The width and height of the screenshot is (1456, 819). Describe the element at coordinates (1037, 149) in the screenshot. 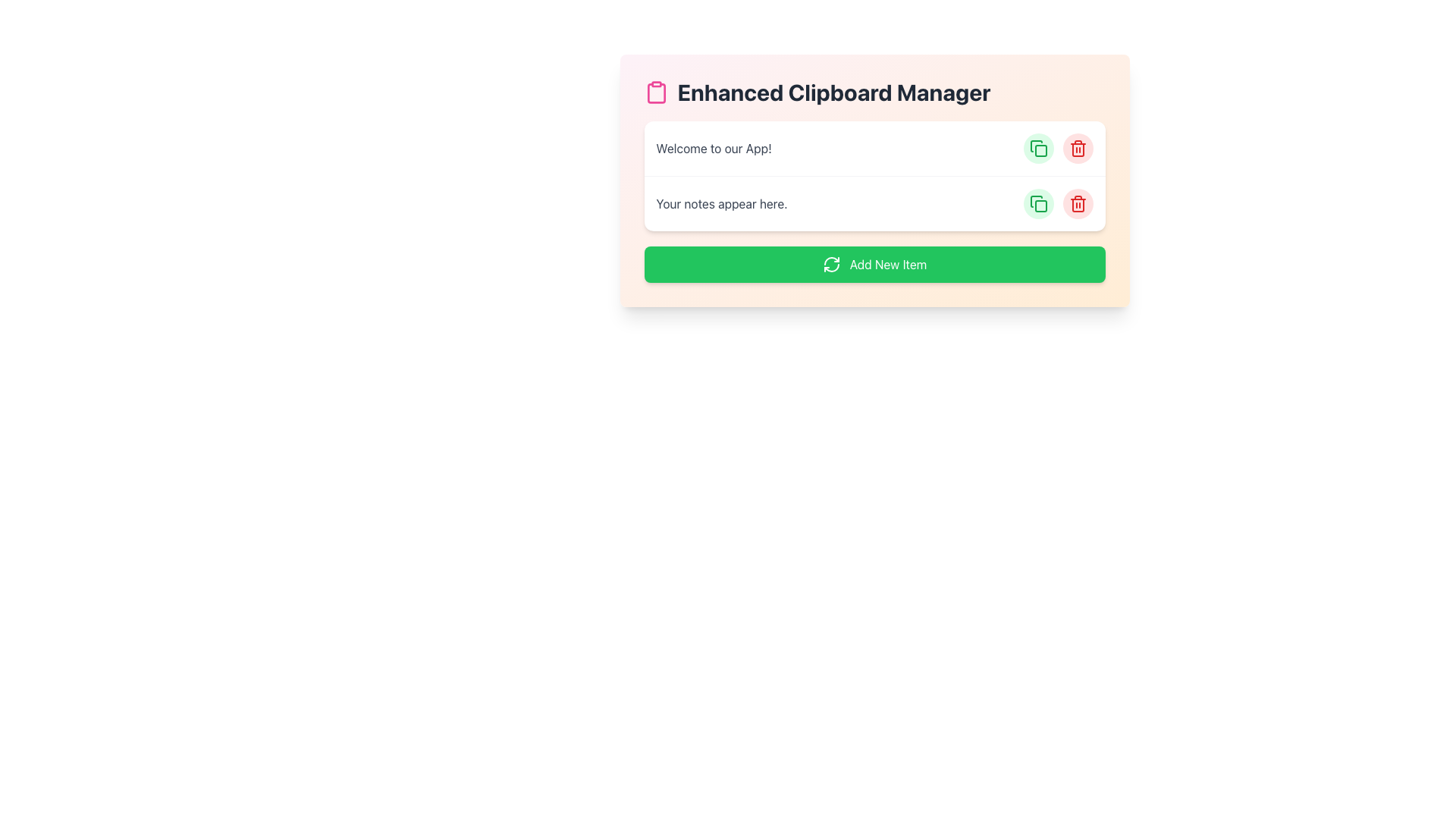

I see `the first green circular icon on the right side of the content row to copy the associated content` at that location.